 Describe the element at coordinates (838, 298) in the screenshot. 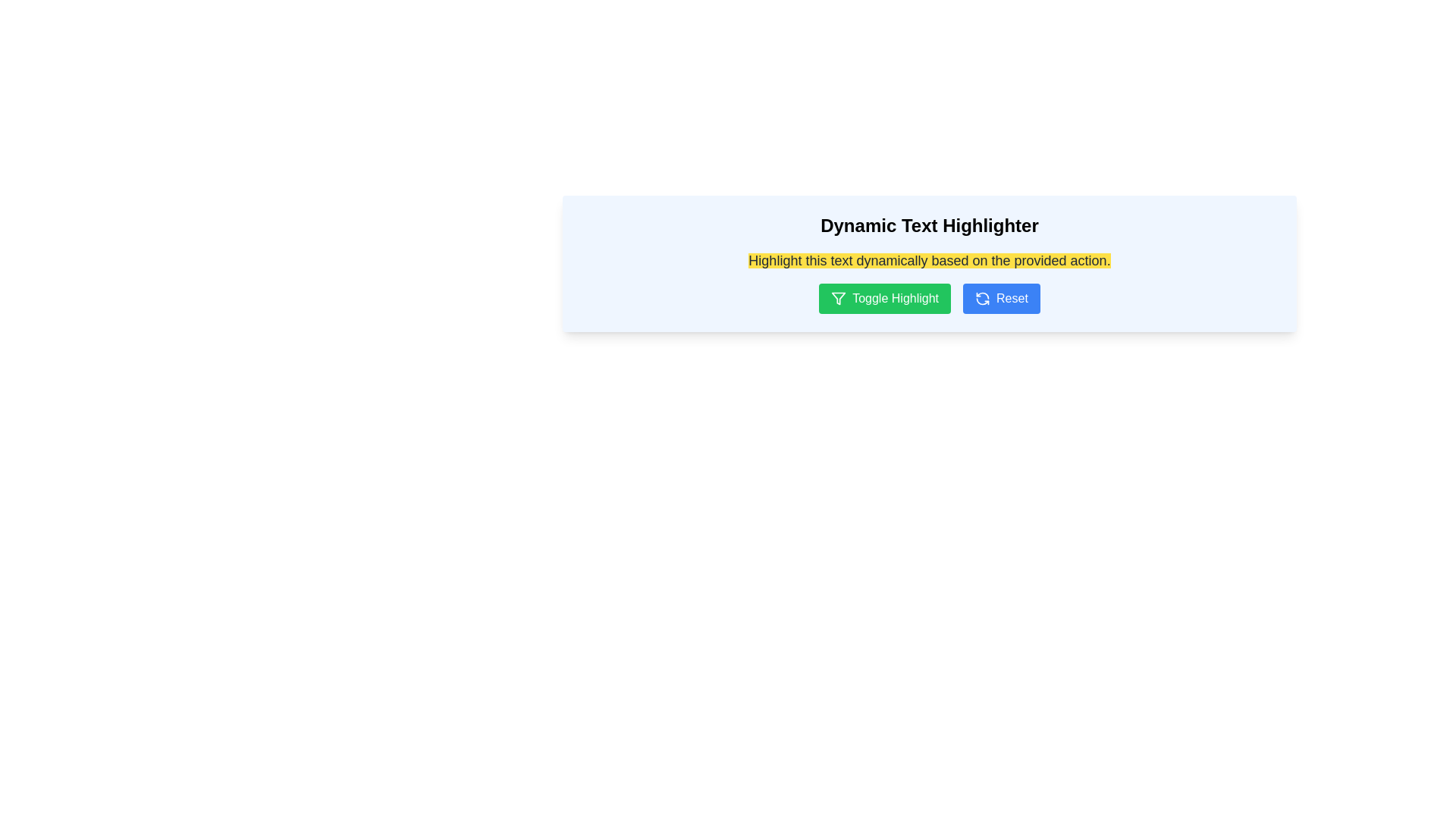

I see `the green button labeled 'Toggle Highlight' that contains the filter funnel icon on its left side` at that location.